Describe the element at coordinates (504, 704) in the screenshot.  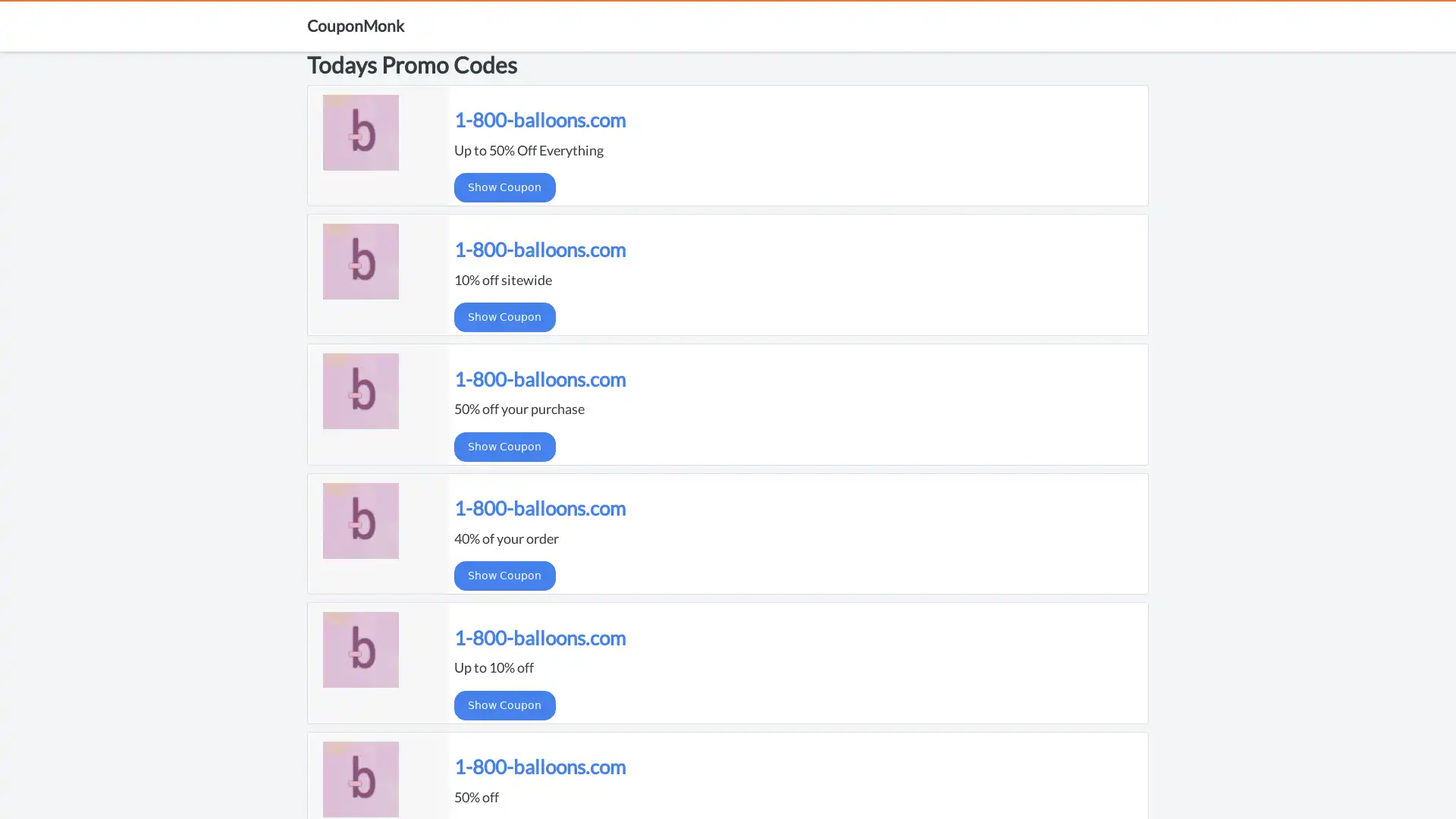
I see `Show Coupon` at that location.